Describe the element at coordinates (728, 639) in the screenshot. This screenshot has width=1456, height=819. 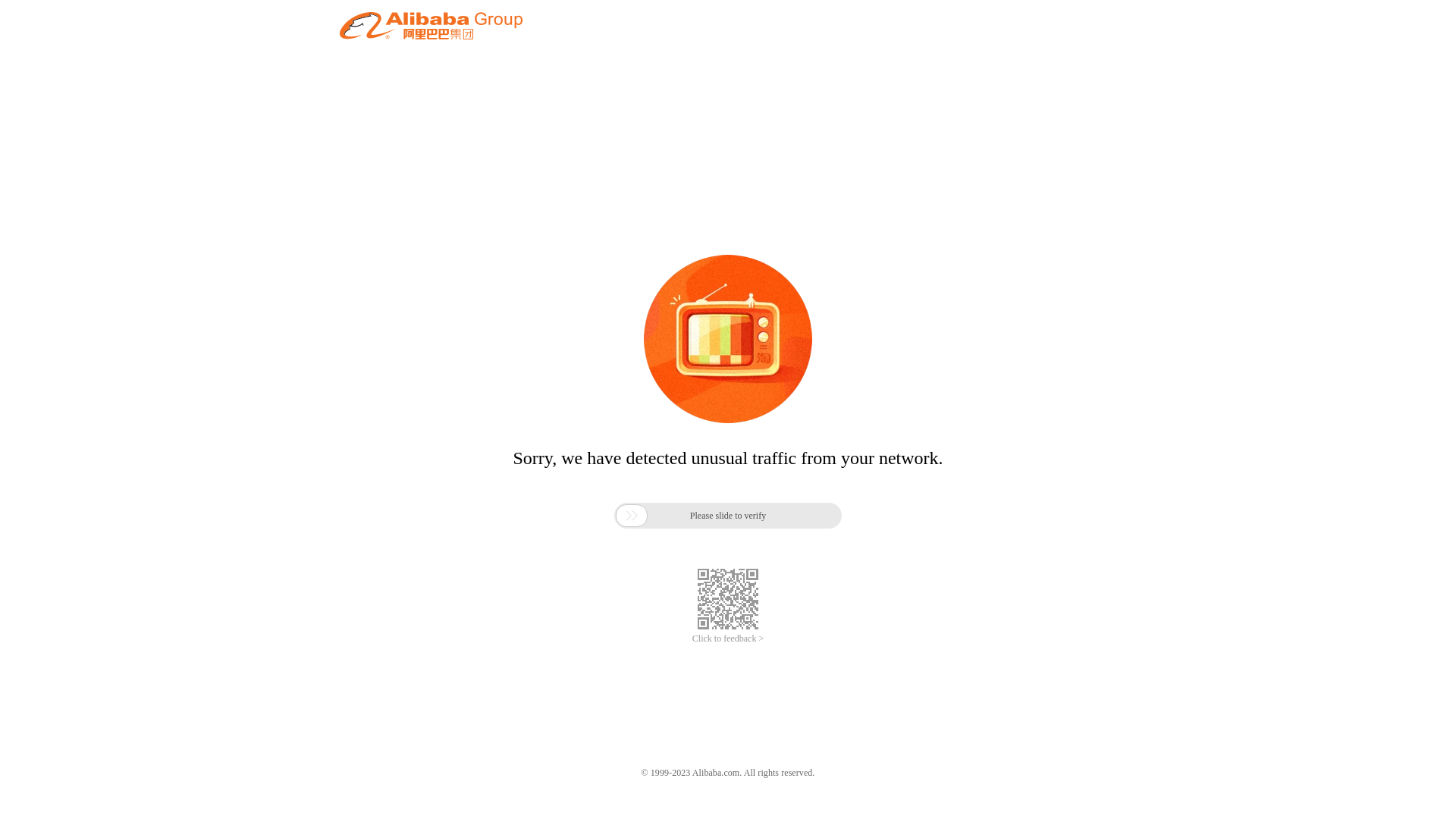
I see `'Click to feedback >'` at that location.